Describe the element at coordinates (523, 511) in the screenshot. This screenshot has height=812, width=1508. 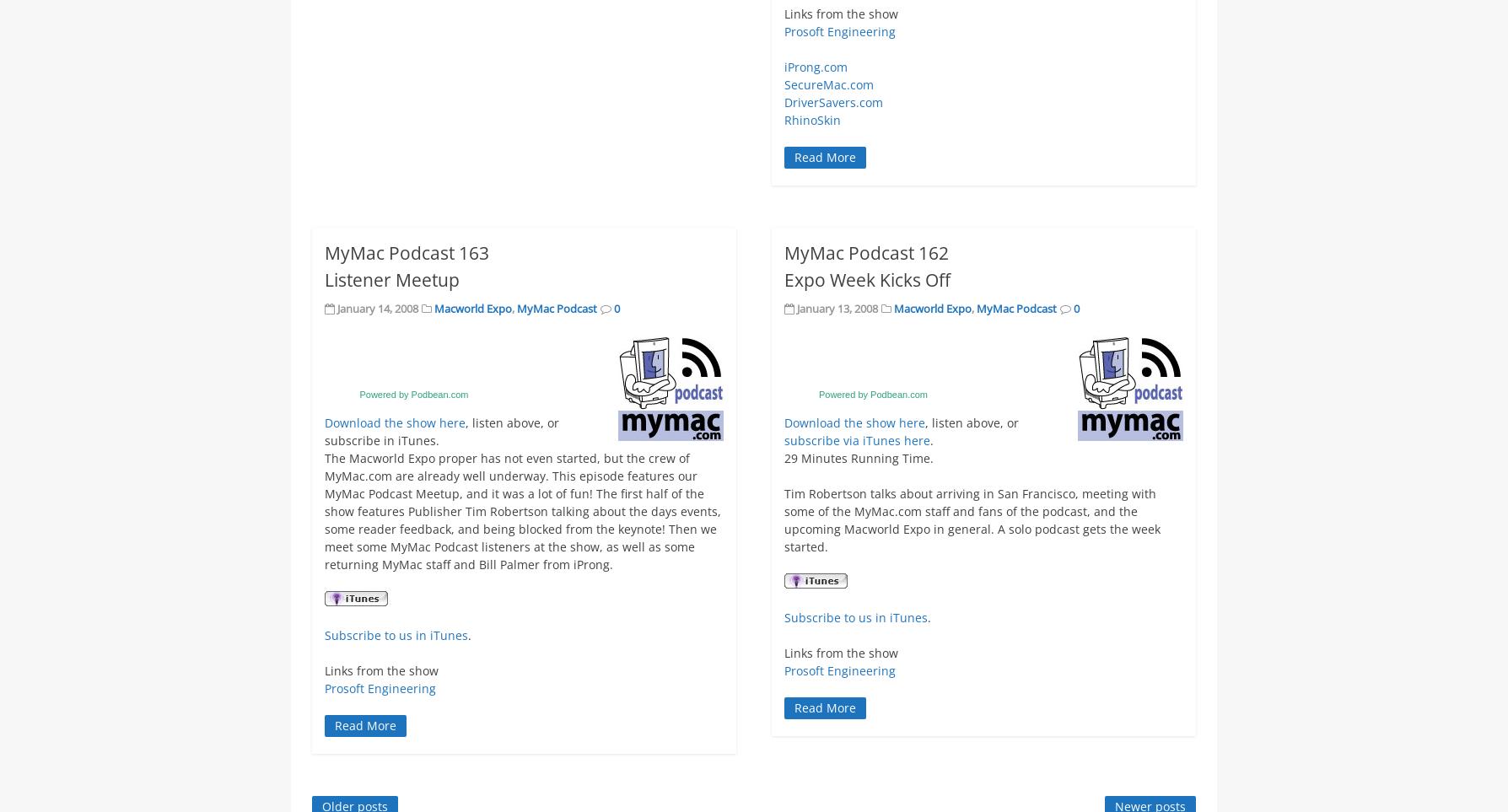
I see `'The Macworld Expo proper has not even started, but the crew of MyMac.com are already well underway. This episode features our MyMac Podcast Meetup, and it was a lot of fun! The first half of the show features Publisher Tim Robertson talking about the days events, some reader feedback, and being blocked from the keynote! Then we meet some MyMac Podcast listeners at the show, as well as some returning MyMac staff and Bill Palmer from iProng.'` at that location.